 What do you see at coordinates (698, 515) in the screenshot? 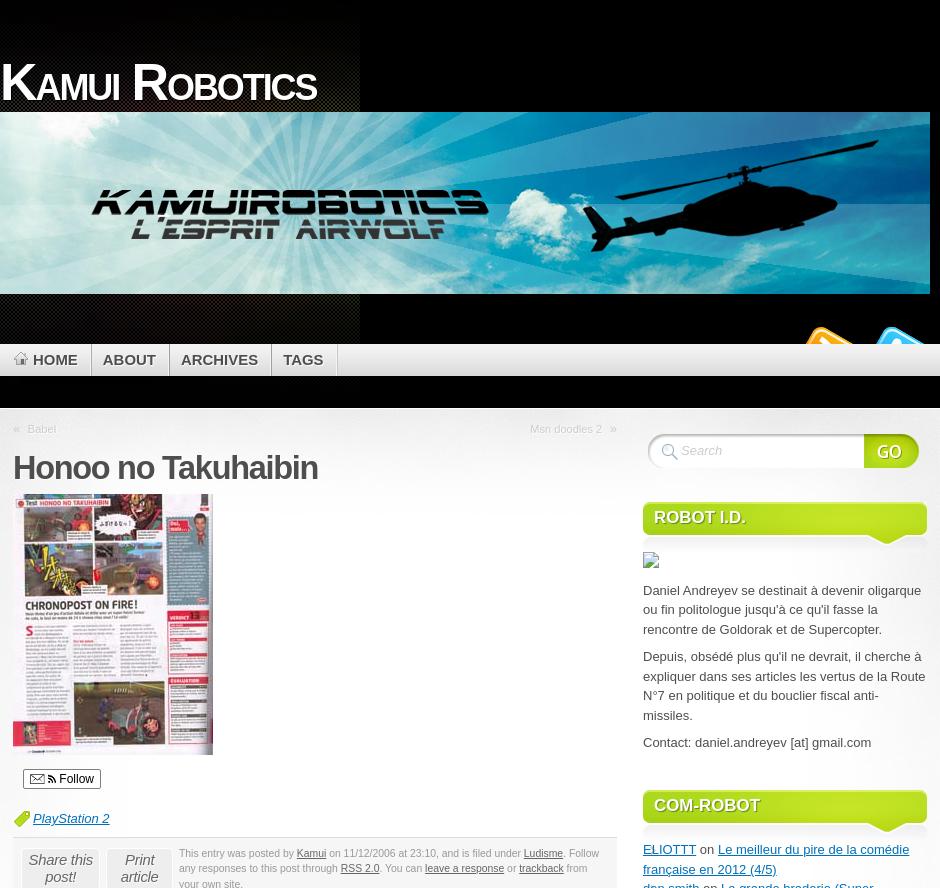
I see `'Robot i.d.'` at bounding box center [698, 515].